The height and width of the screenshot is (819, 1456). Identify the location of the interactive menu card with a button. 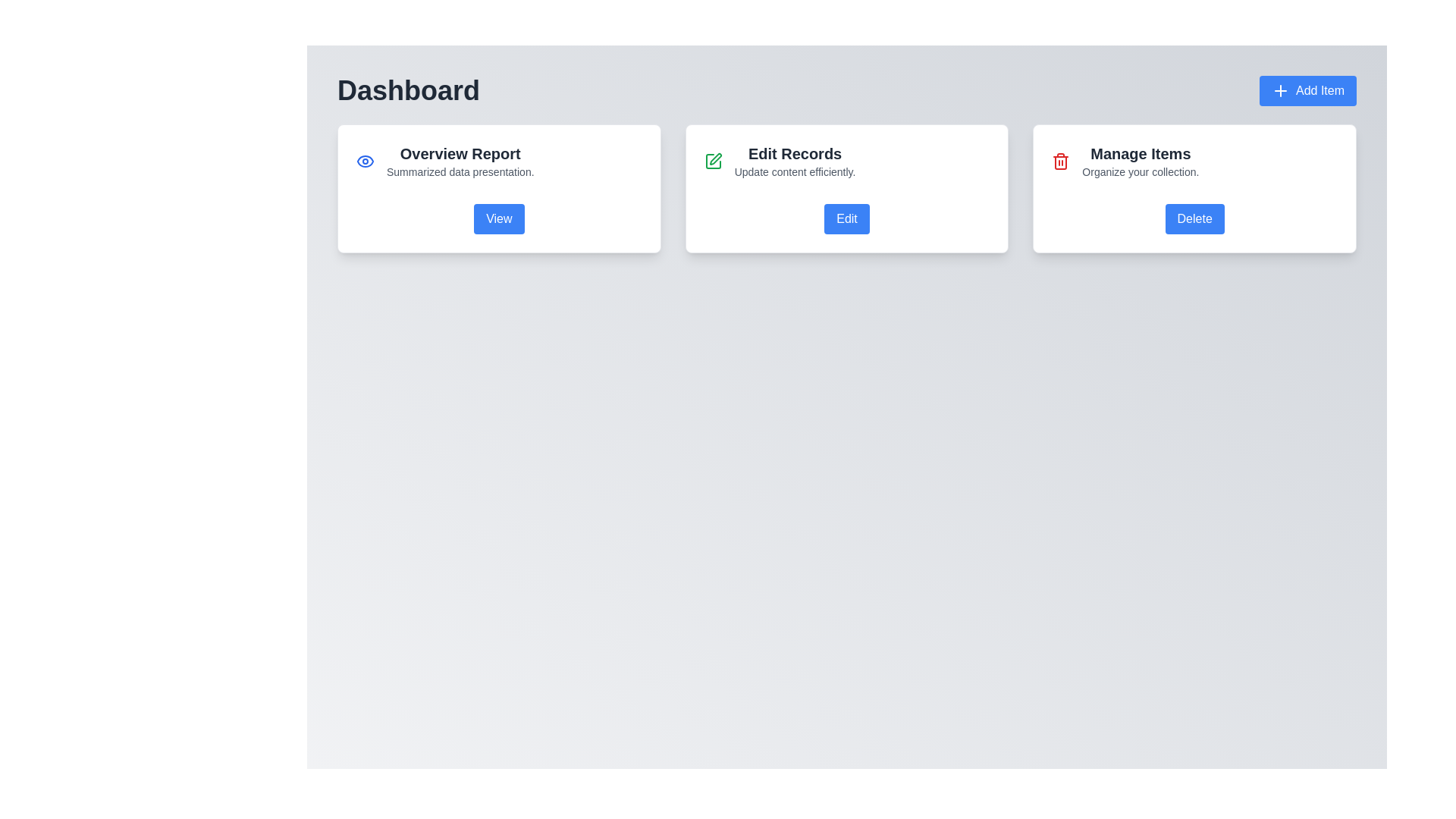
(846, 188).